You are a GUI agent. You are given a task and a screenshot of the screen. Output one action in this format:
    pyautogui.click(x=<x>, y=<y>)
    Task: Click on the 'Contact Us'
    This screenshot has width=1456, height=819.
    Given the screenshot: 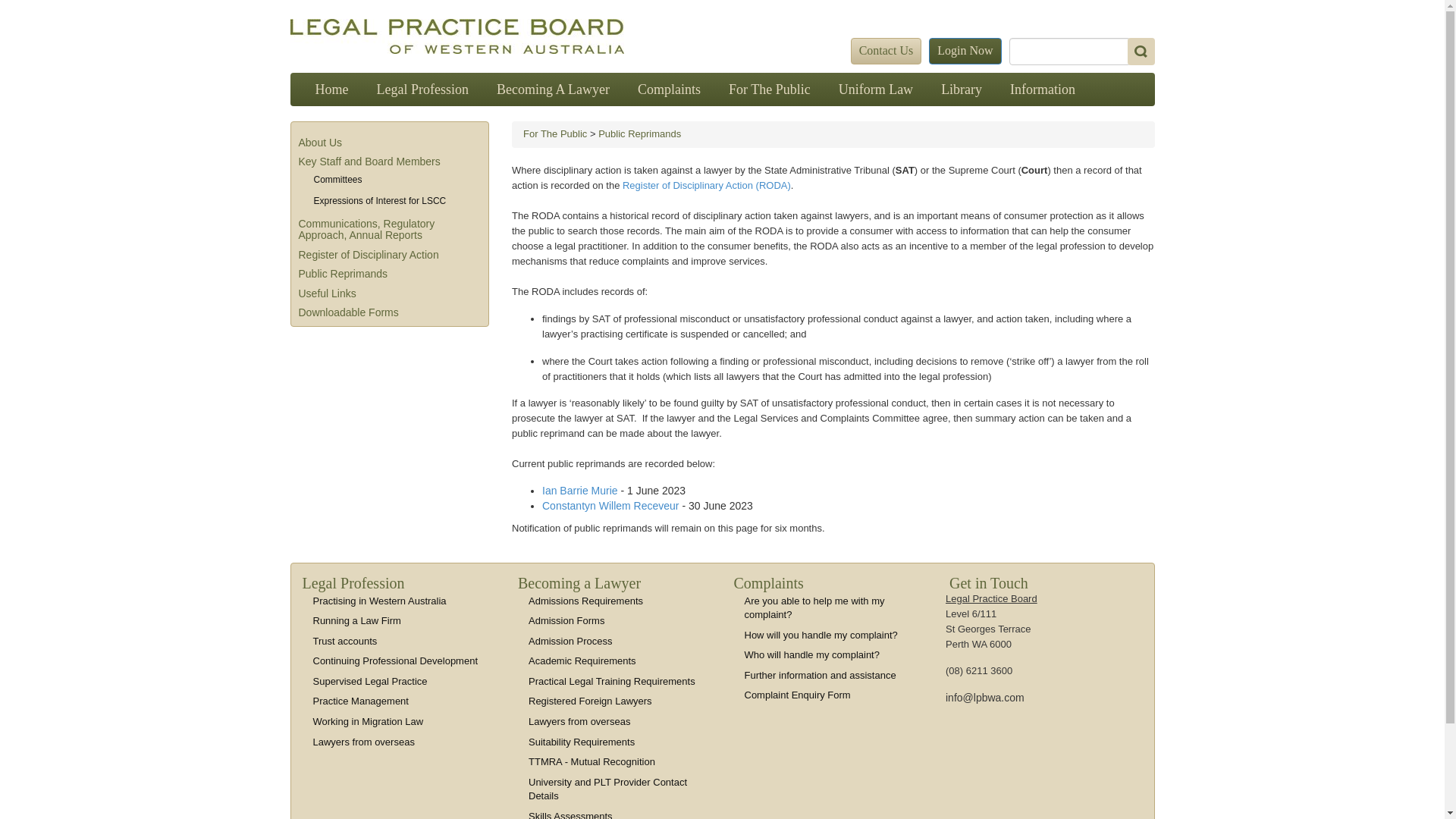 What is the action you would take?
    pyautogui.click(x=886, y=50)
    